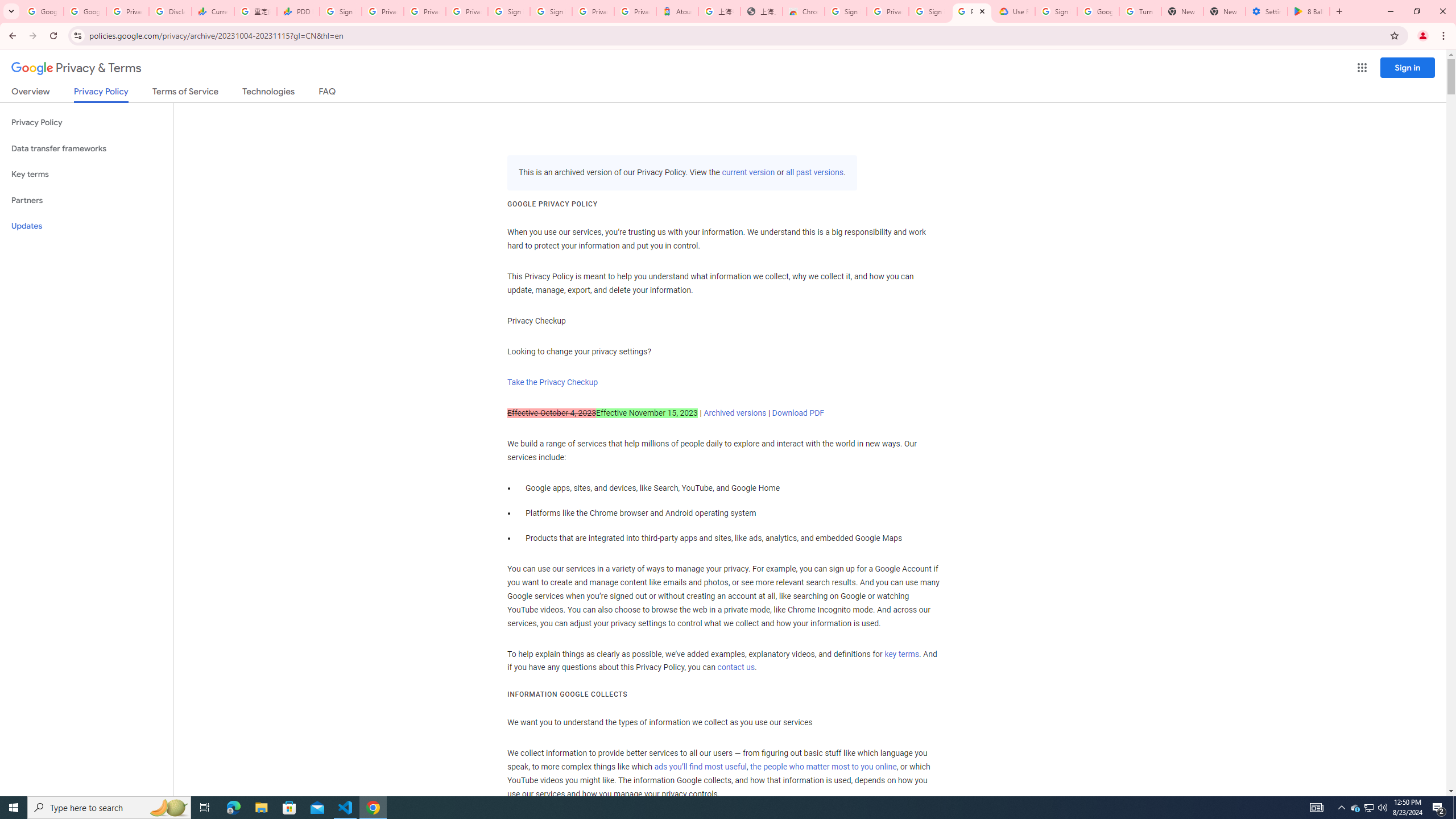 The image size is (1456, 819). Describe the element at coordinates (1308, 11) in the screenshot. I see `'8 Ball Pool - Apps on Google Play'` at that location.